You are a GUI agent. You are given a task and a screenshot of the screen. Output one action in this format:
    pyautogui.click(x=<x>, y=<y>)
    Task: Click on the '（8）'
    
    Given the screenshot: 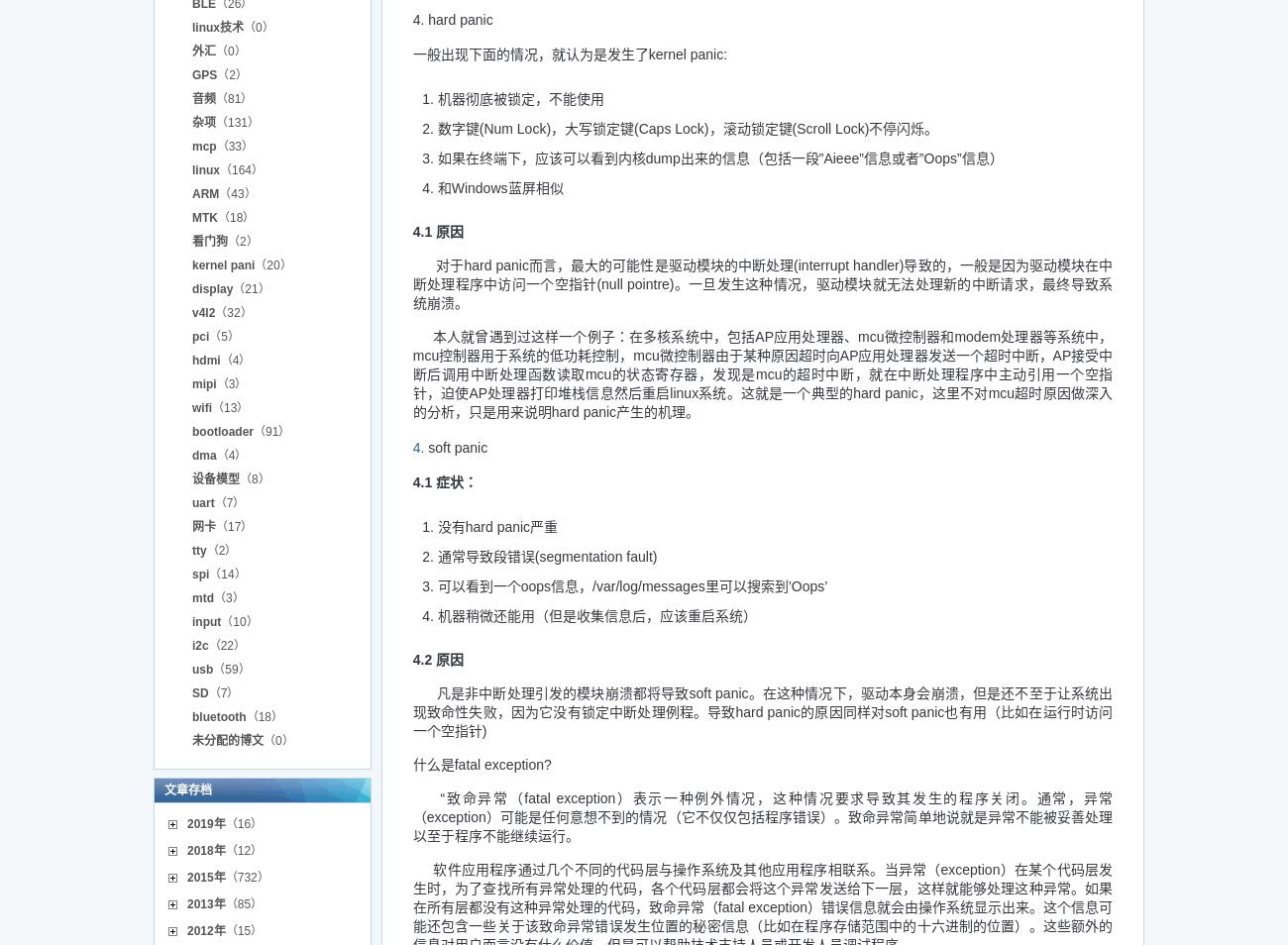 What is the action you would take?
    pyautogui.click(x=239, y=477)
    